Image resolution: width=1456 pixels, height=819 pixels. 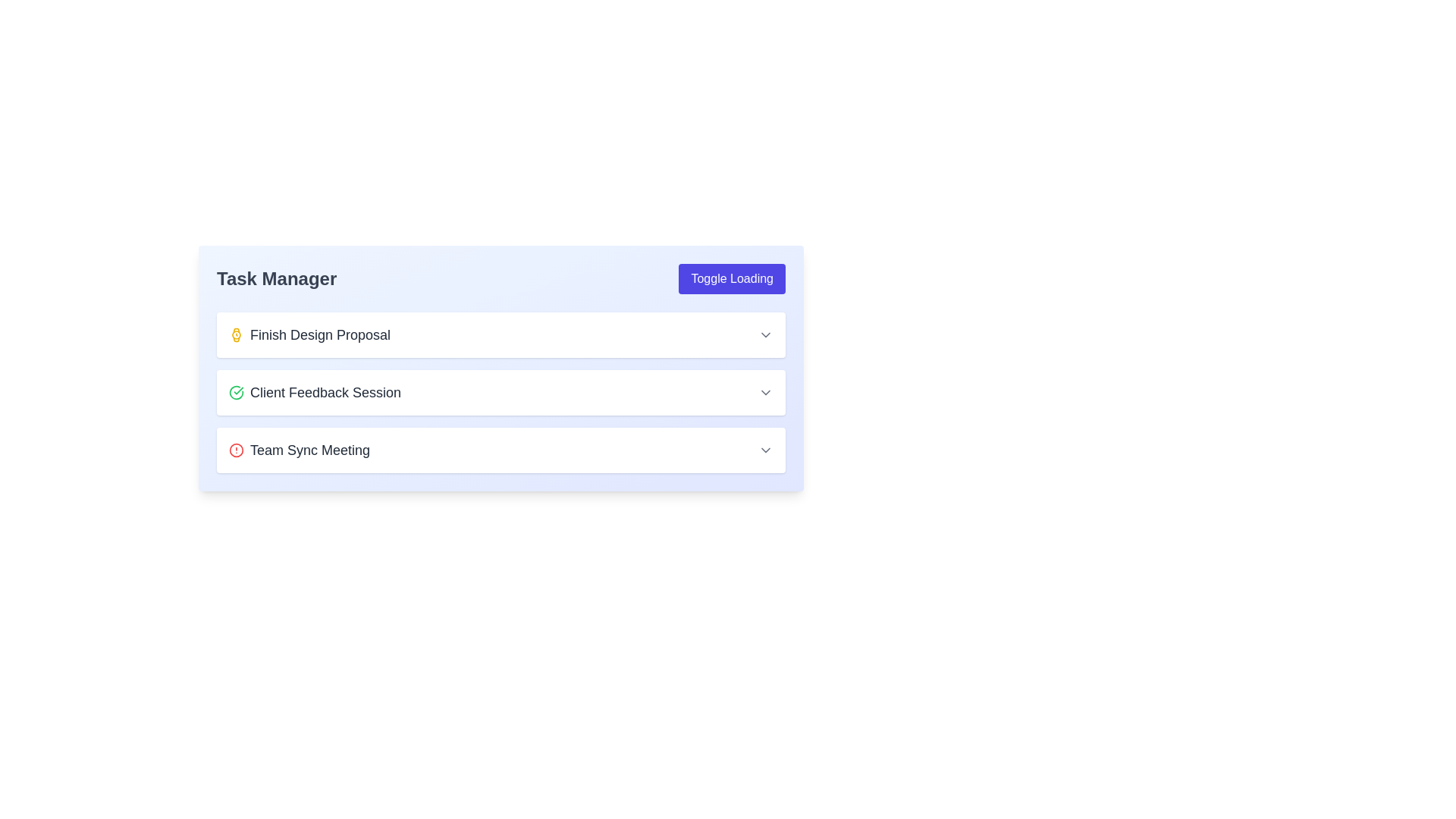 What do you see at coordinates (765, 450) in the screenshot?
I see `the downward-facing gray chevron icon at the right end of the 'Team Sync Meeting' row` at bounding box center [765, 450].